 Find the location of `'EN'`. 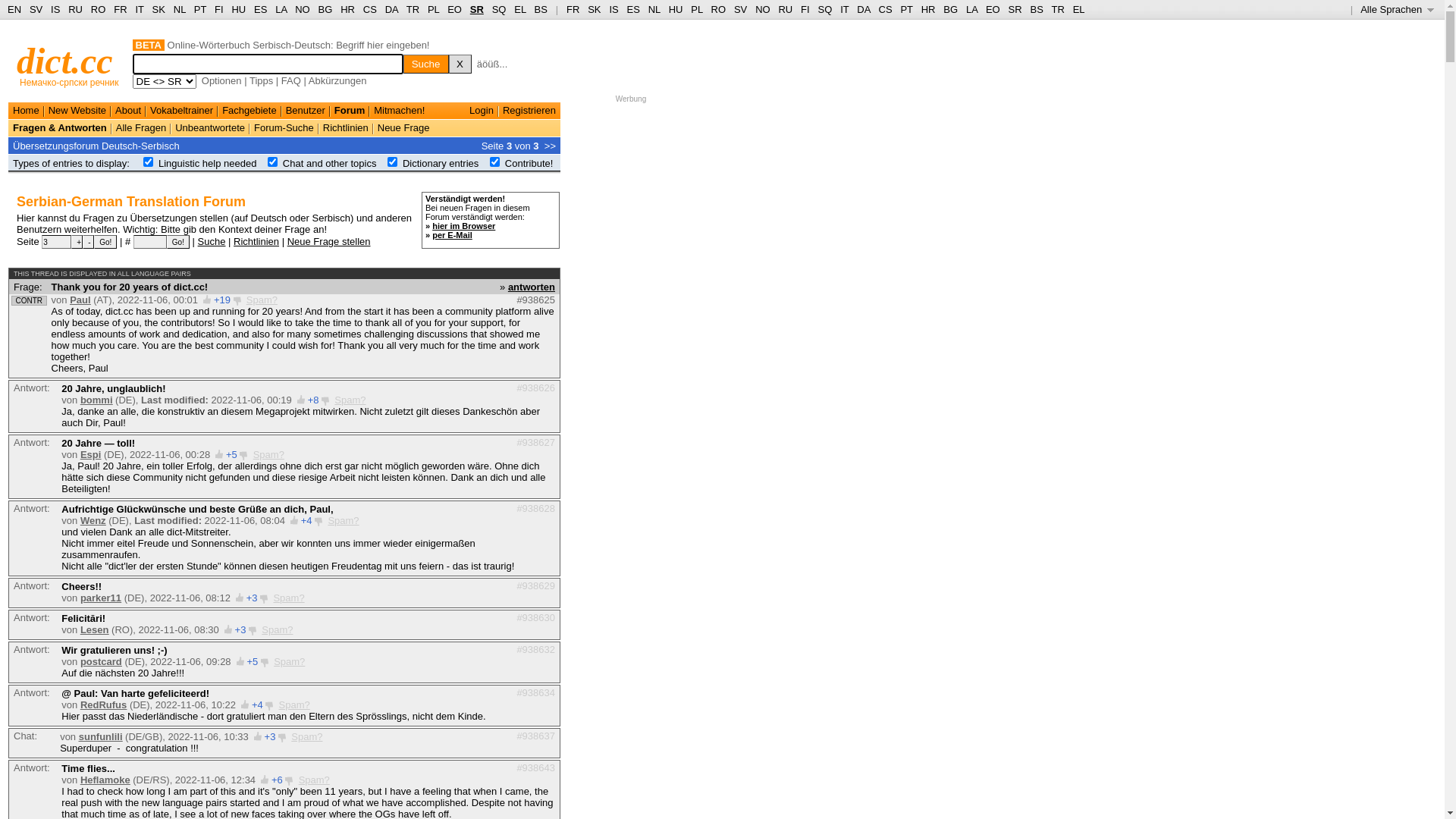

'EN' is located at coordinates (14, 9).